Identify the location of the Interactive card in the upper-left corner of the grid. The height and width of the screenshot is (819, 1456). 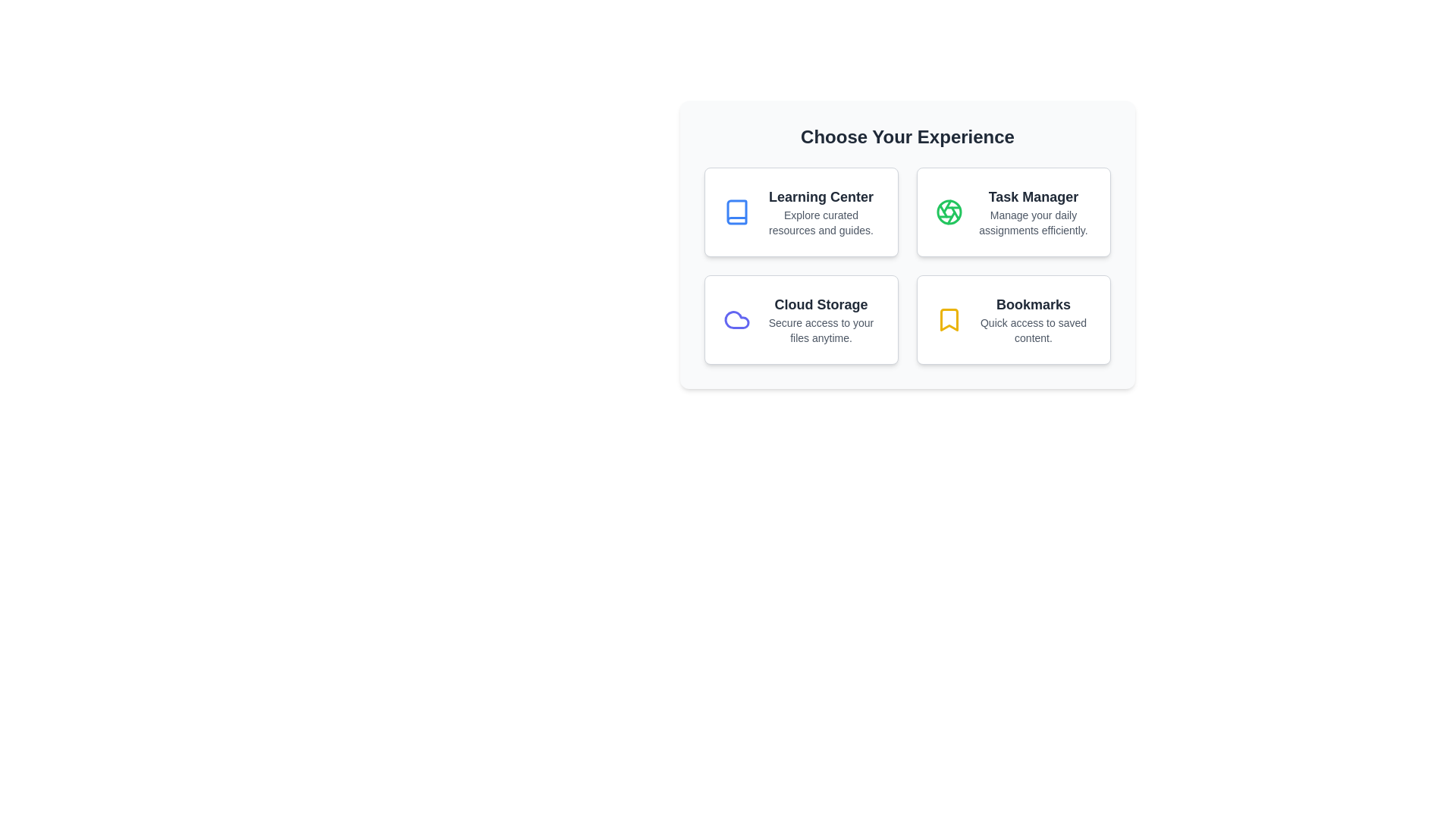
(800, 212).